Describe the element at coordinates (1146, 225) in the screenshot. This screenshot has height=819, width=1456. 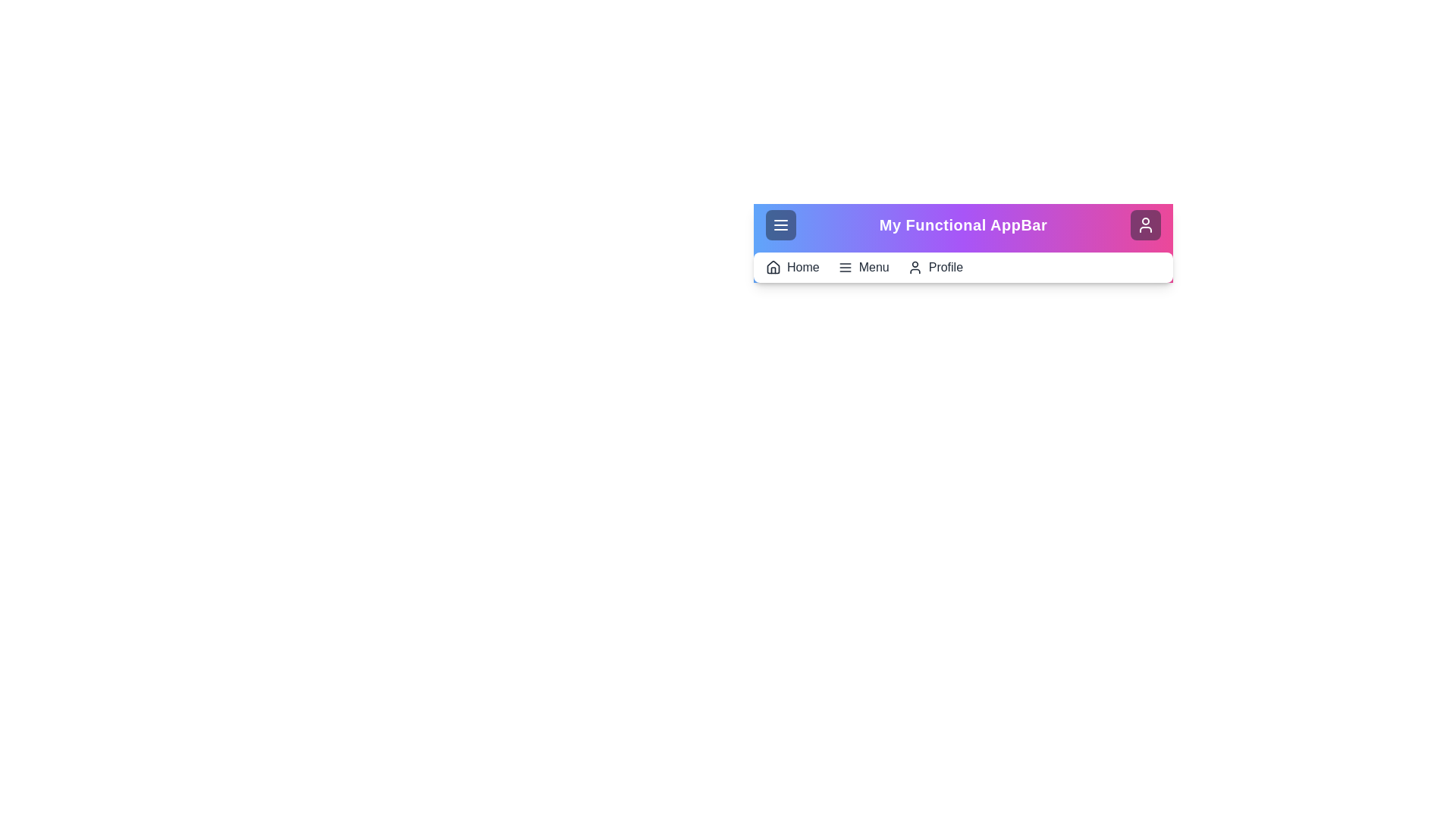
I see `the Profile button to navigate to the Profile section` at that location.